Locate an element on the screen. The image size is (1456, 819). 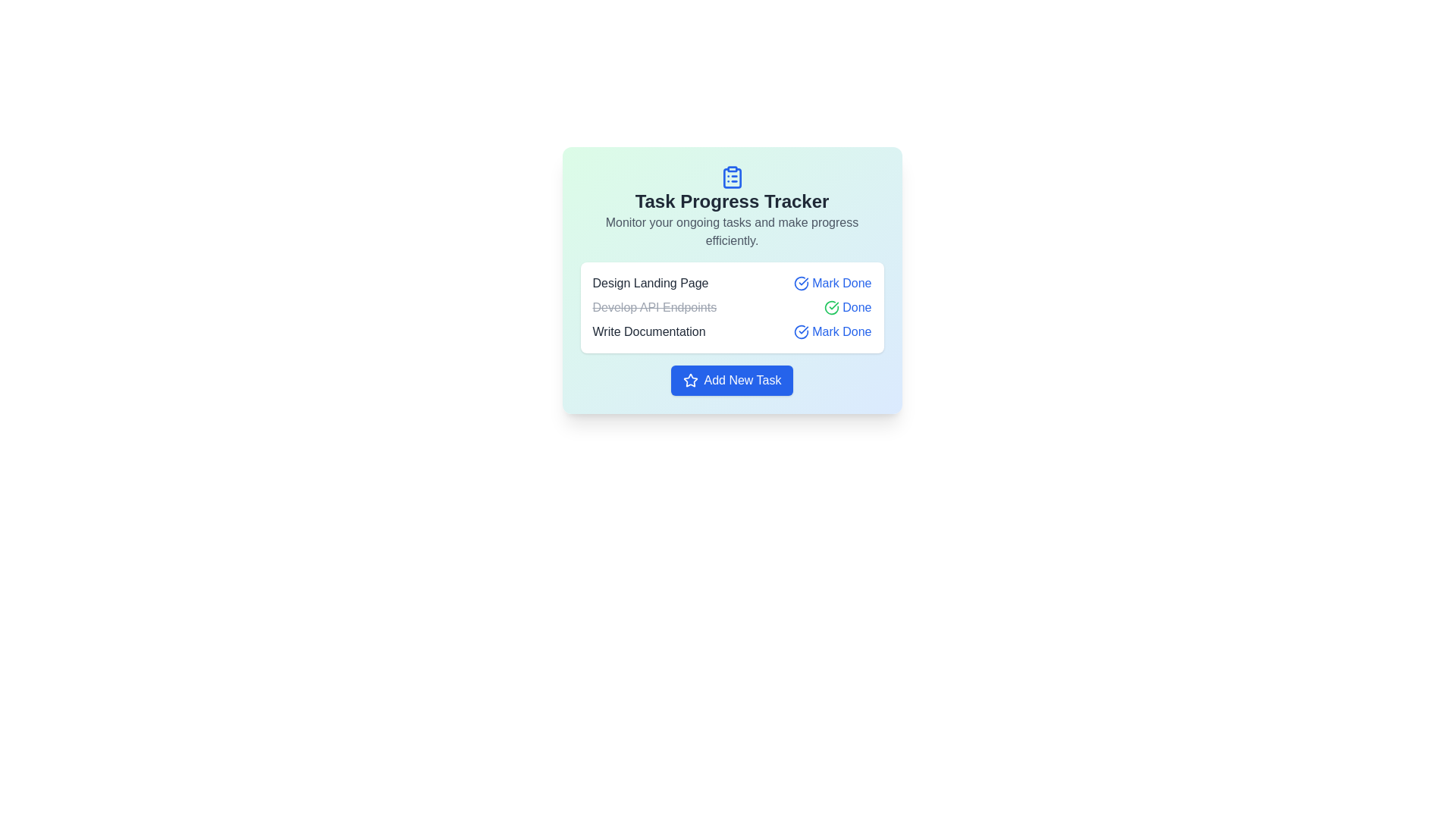
the 'Mark Done' text label styled in blue located in the third row of the task list next to the checkmark icon to mark the task as done is located at coordinates (841, 331).